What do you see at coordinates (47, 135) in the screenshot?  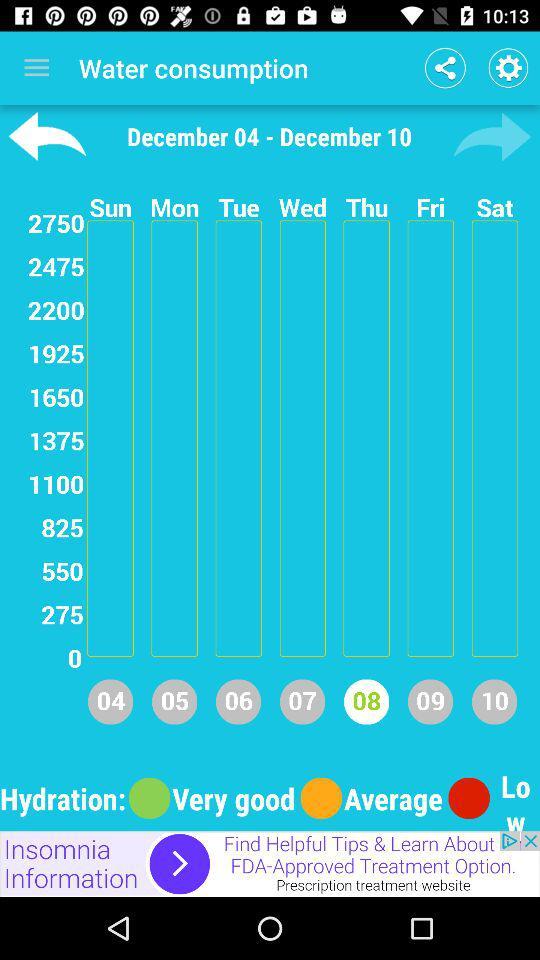 I see `the reply icon` at bounding box center [47, 135].